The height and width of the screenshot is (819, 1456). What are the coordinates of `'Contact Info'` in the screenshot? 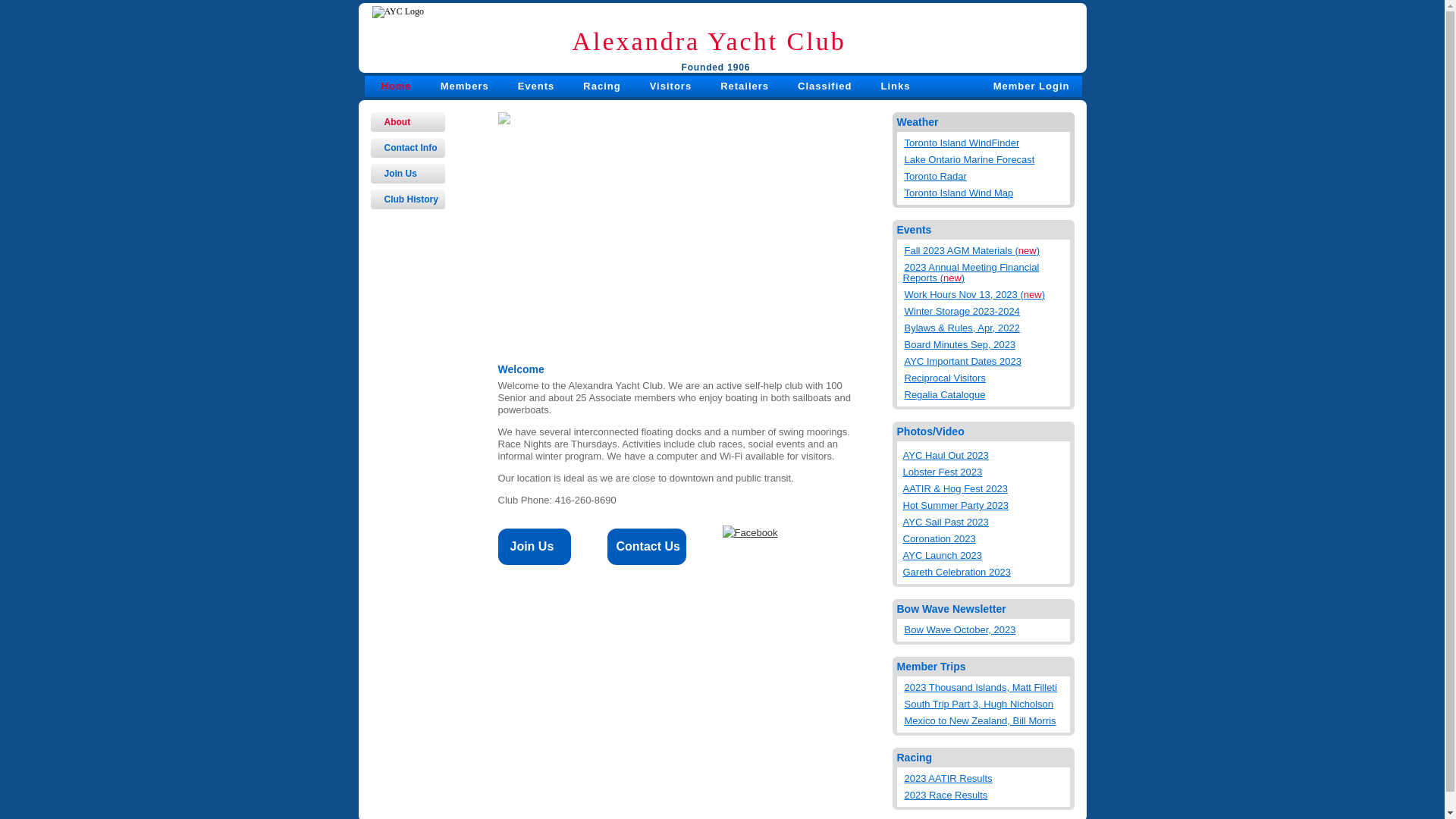 It's located at (407, 148).